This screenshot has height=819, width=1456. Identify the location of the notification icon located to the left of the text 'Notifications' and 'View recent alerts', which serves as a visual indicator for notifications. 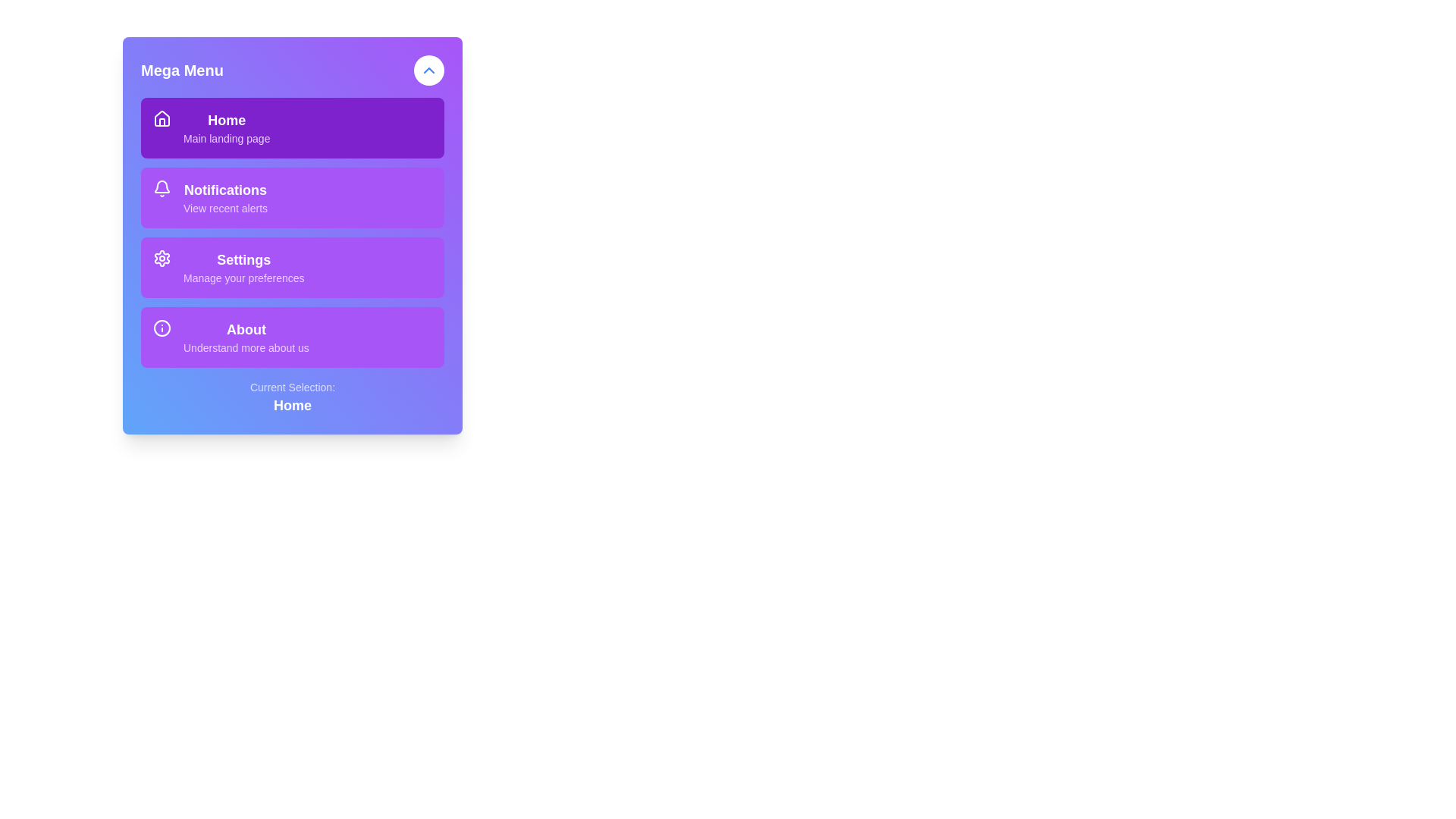
(162, 188).